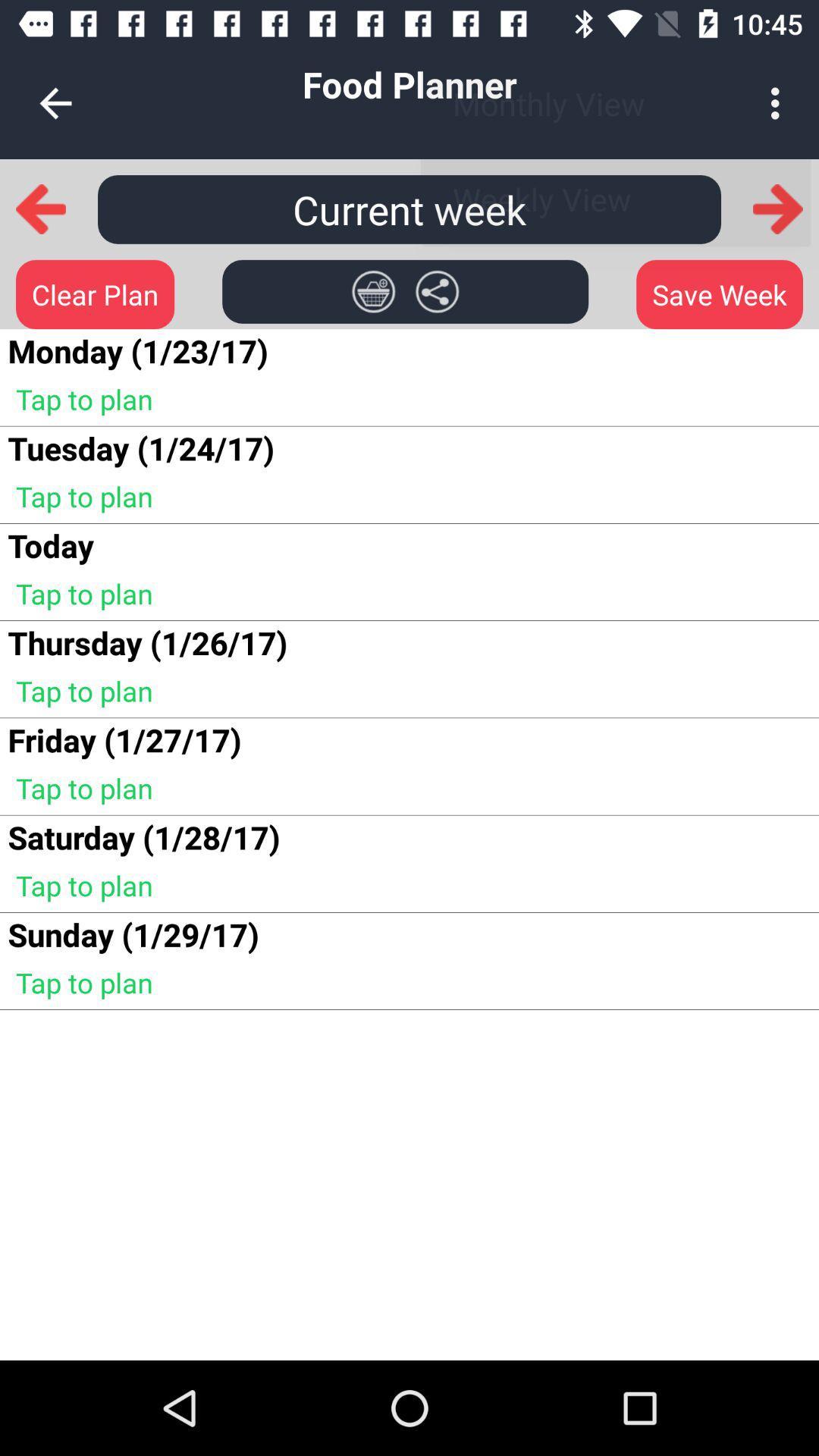 This screenshot has height=1456, width=819. Describe the element at coordinates (373, 291) in the screenshot. I see `icon to the right of monday 1 23` at that location.